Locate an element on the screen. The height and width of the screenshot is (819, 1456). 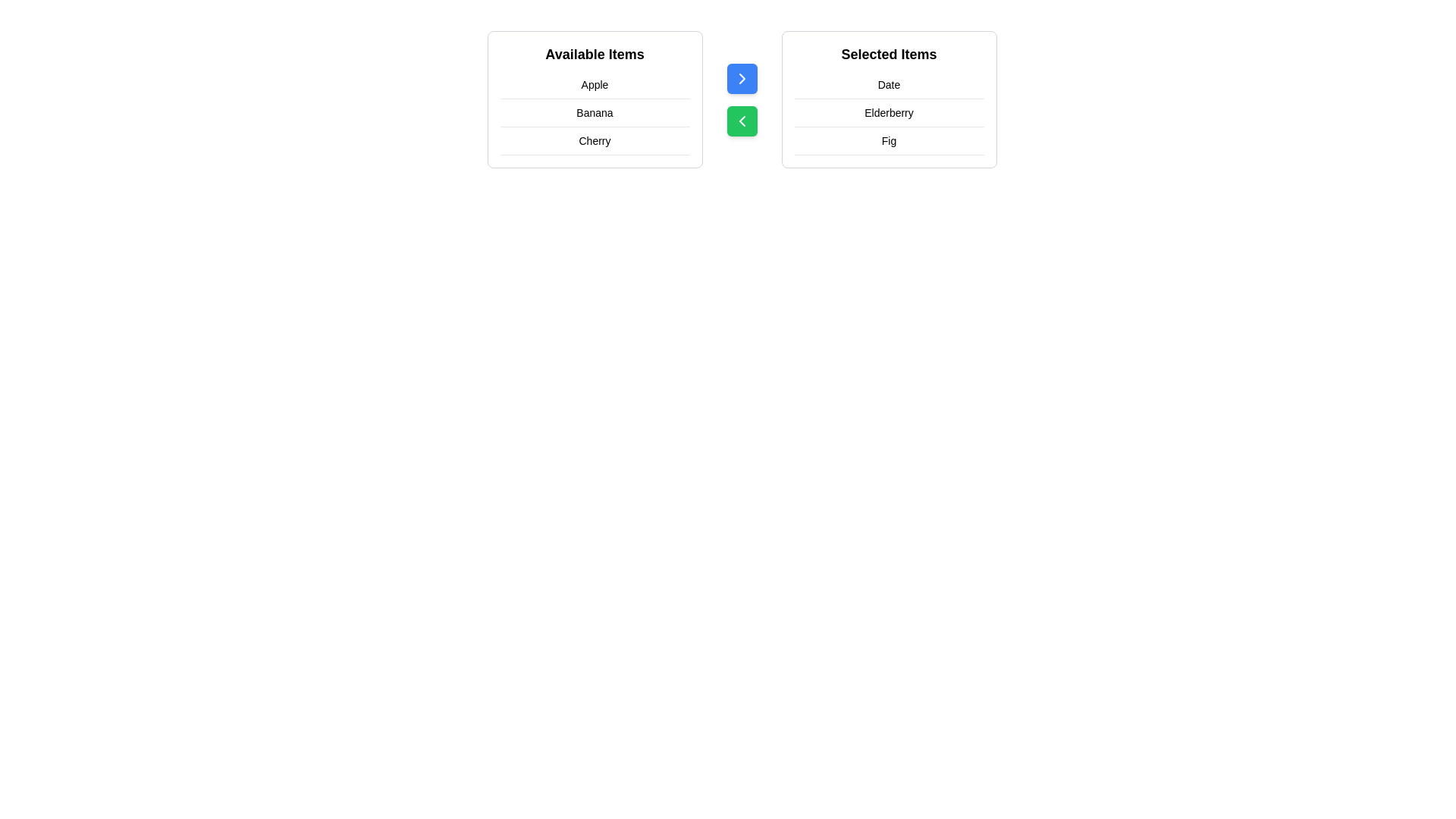
the second item in the 'Available Items' list, which is located after 'Apple' and before 'Cherry' is located at coordinates (594, 112).